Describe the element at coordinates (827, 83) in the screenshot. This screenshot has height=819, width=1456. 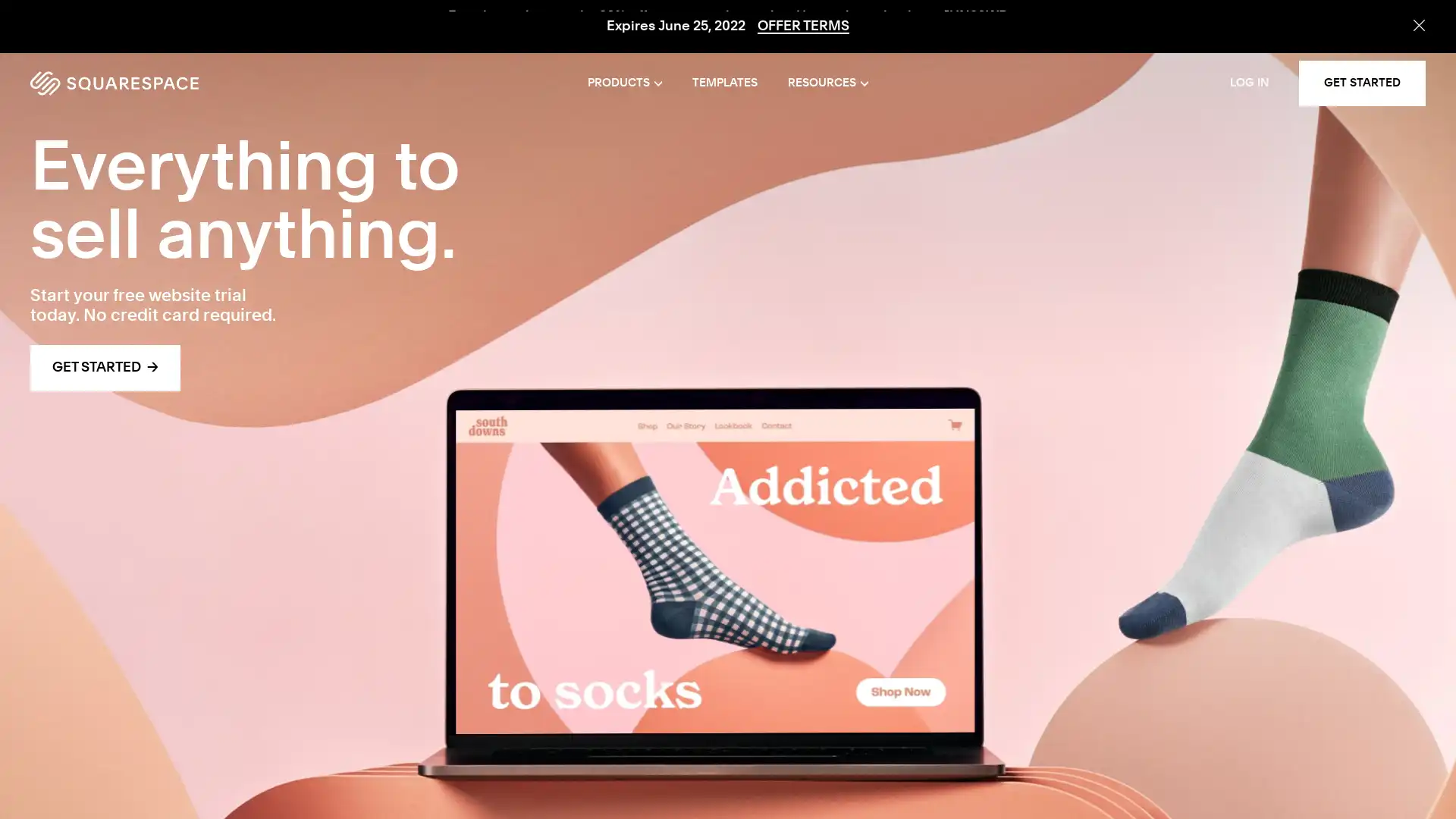
I see `Resources dropdown menu` at that location.